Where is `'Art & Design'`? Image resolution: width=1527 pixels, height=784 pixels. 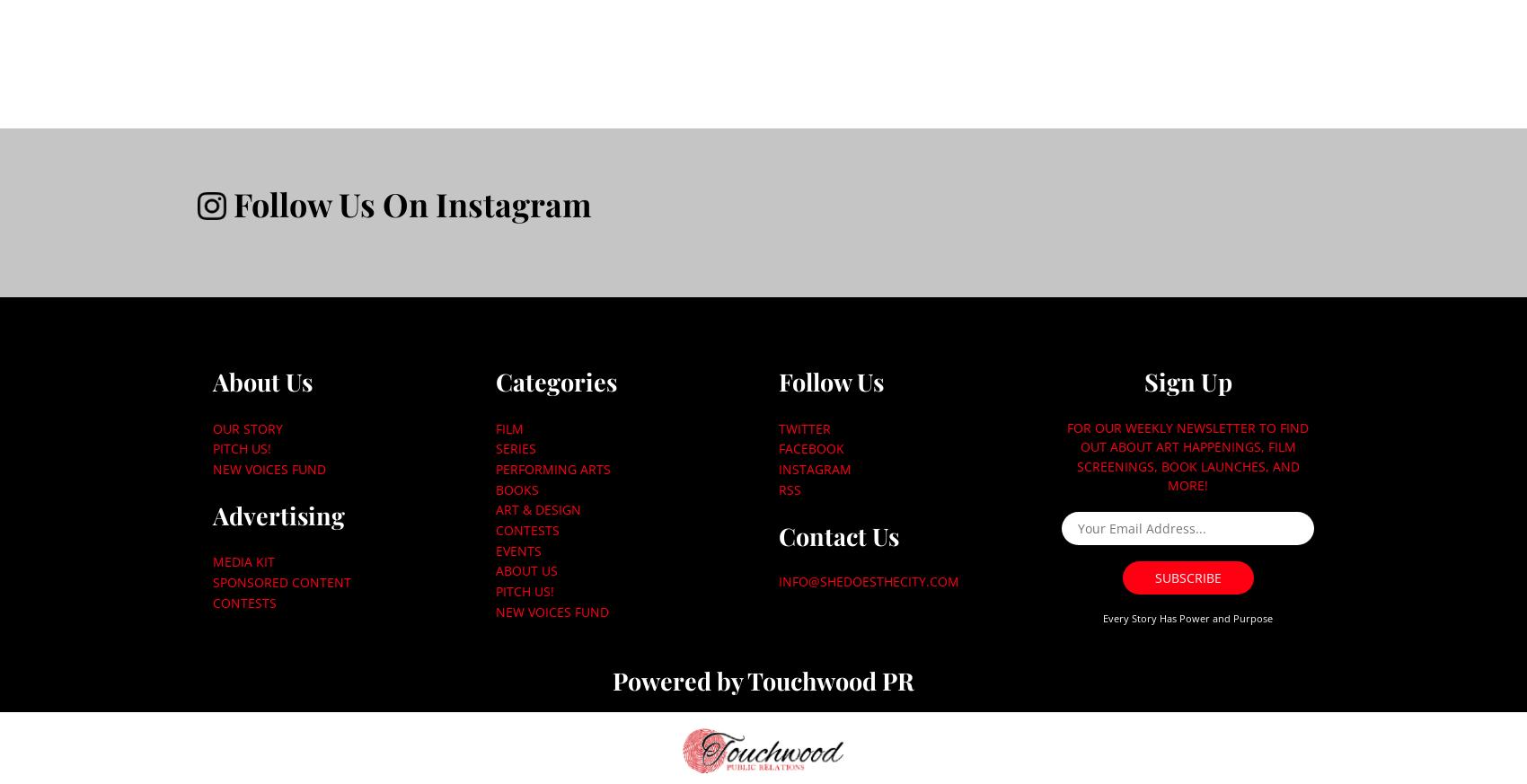 'Art & Design' is located at coordinates (536, 508).